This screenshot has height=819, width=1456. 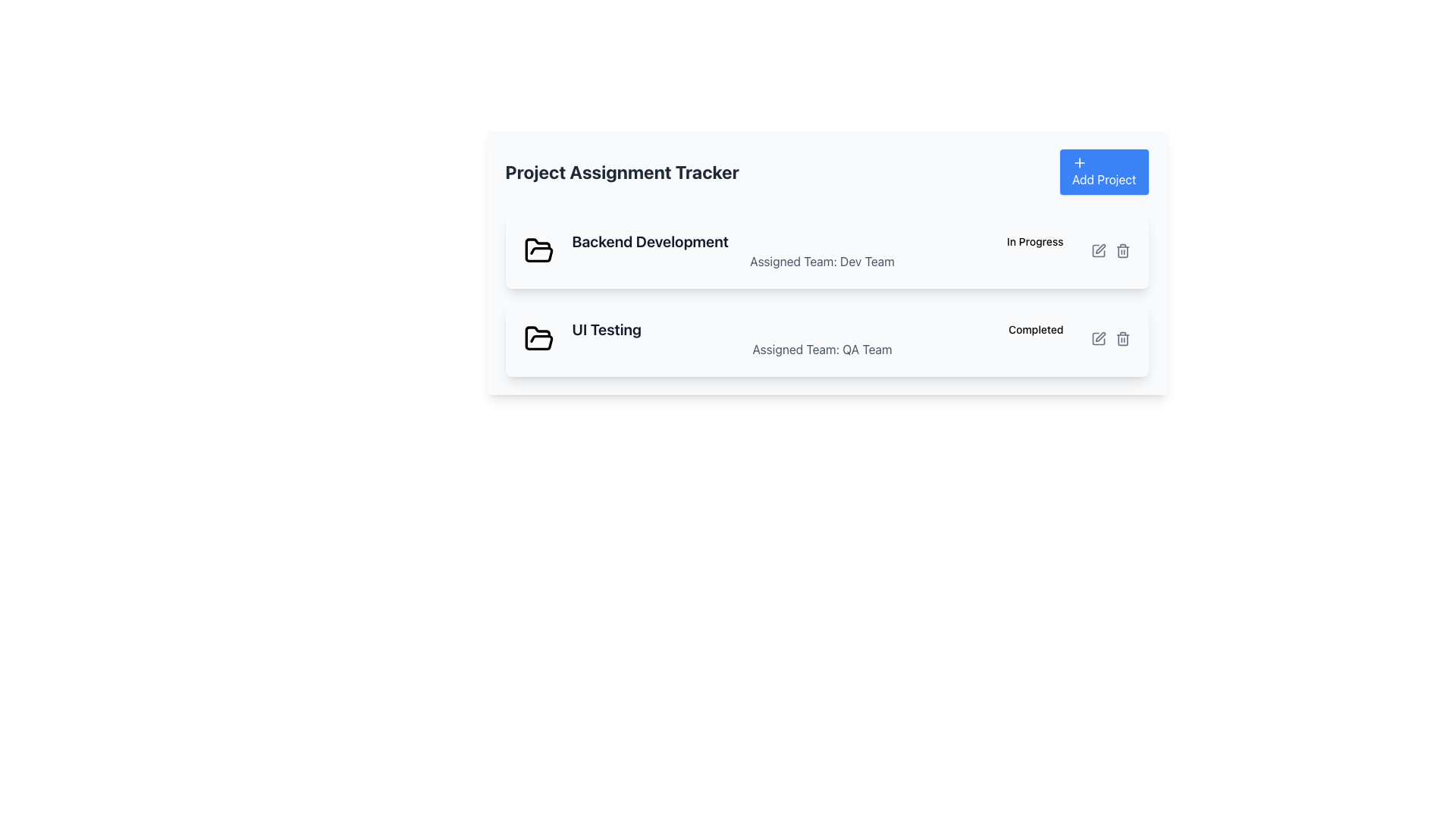 What do you see at coordinates (821, 338) in the screenshot?
I see `text content of the second item in the 'Project Assignment Tracker' section, which displays assignment details including the module title, current status, and responsible team` at bounding box center [821, 338].